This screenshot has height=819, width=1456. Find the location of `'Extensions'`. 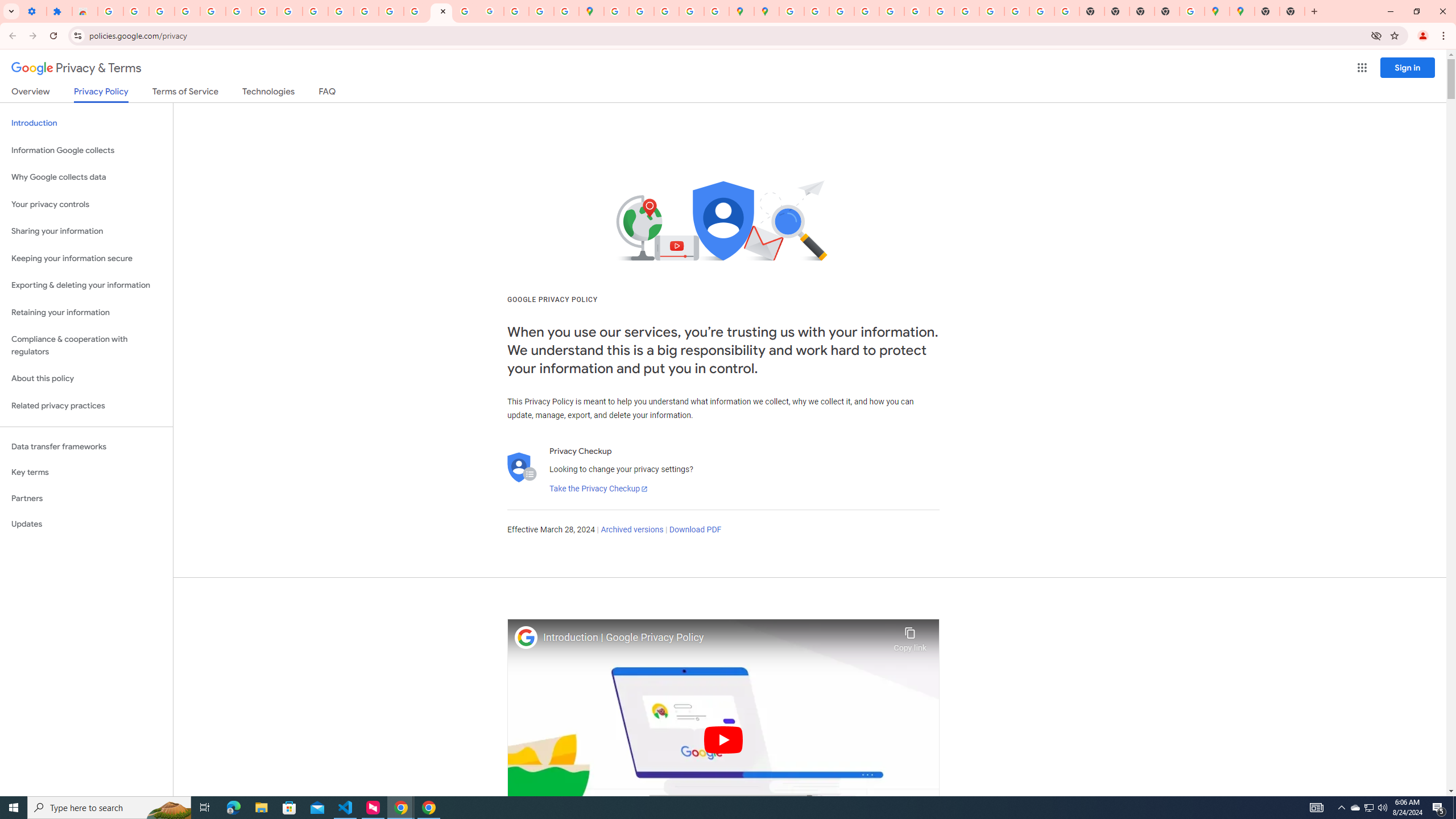

'Extensions' is located at coordinates (59, 11).